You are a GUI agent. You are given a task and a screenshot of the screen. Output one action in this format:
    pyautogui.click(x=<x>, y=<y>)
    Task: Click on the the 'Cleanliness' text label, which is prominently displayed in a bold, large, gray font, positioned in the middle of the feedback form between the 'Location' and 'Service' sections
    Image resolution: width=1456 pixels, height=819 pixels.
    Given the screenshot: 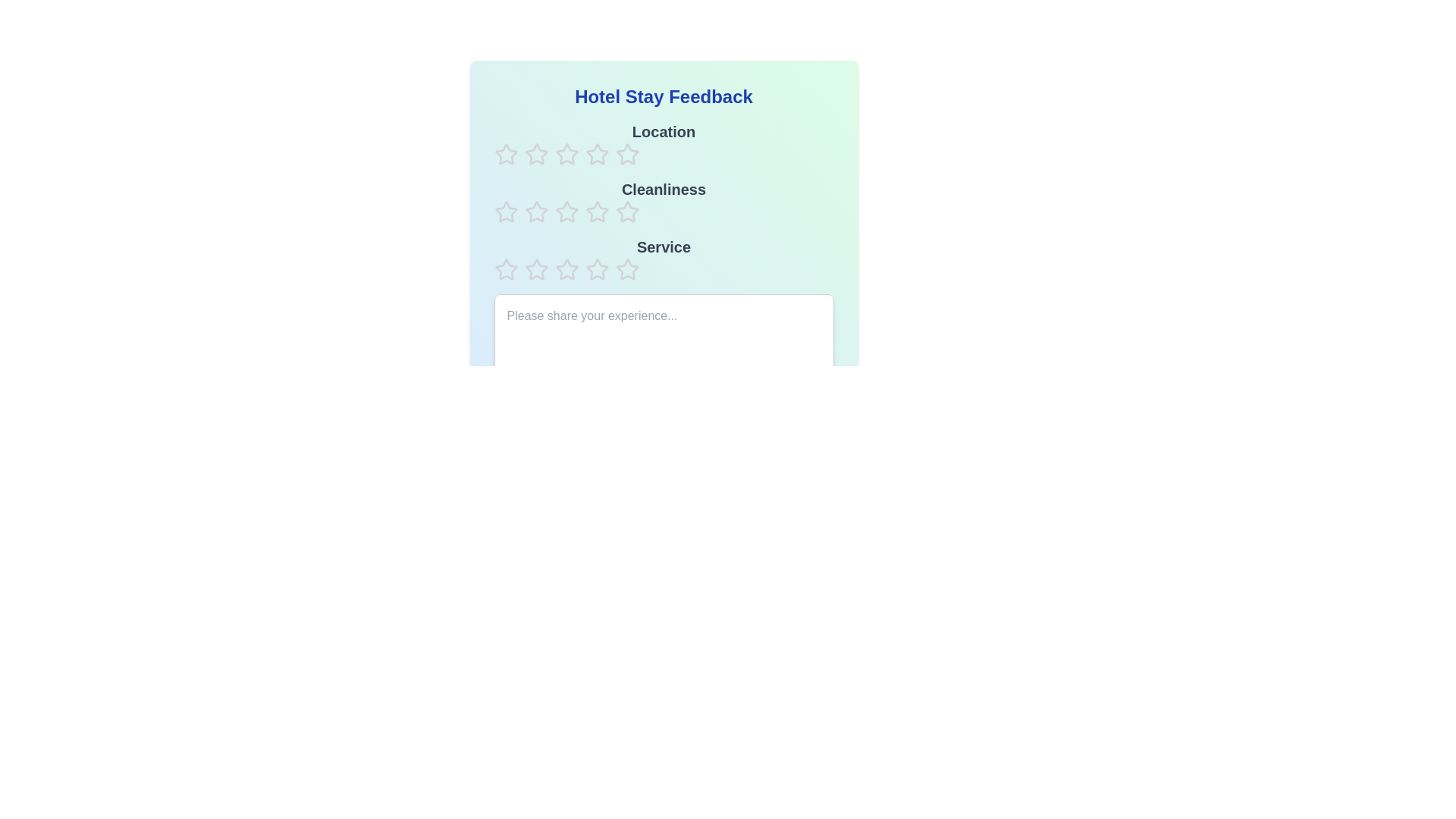 What is the action you would take?
    pyautogui.click(x=664, y=189)
    